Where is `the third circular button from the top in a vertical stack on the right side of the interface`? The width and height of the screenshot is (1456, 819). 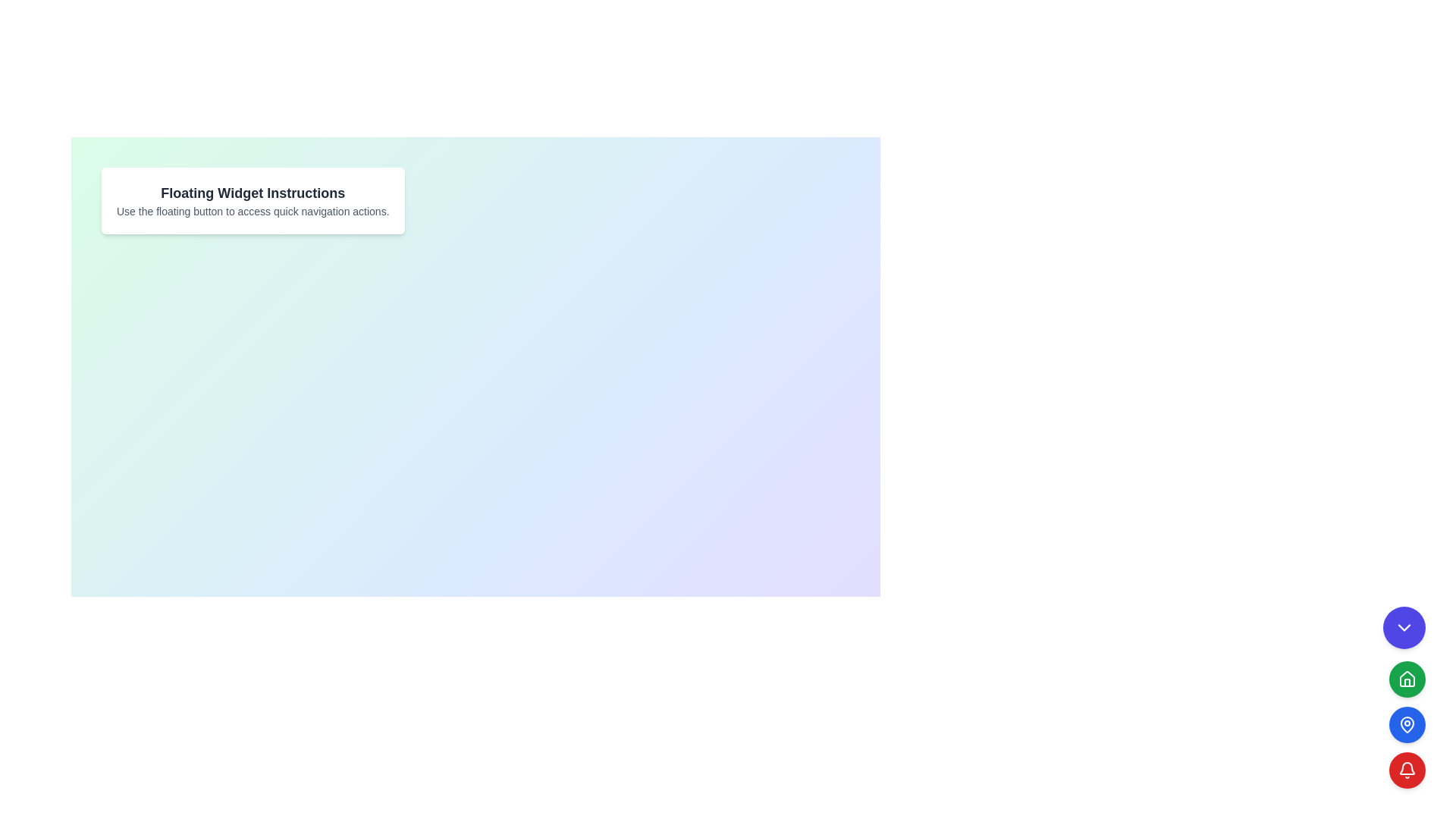
the third circular button from the top in a vertical stack on the right side of the interface is located at coordinates (1407, 724).